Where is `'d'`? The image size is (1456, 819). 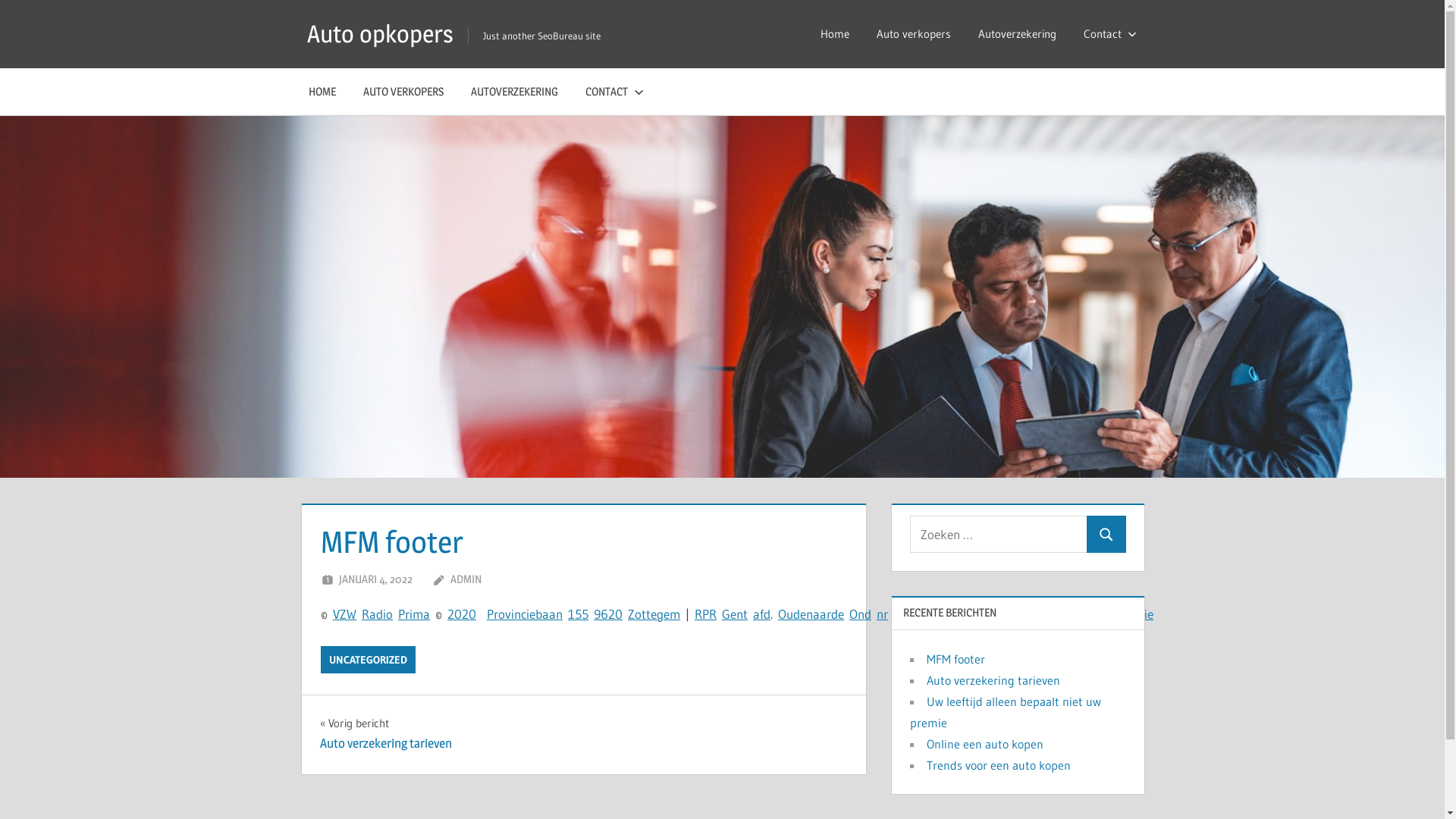 'd' is located at coordinates (795, 613).